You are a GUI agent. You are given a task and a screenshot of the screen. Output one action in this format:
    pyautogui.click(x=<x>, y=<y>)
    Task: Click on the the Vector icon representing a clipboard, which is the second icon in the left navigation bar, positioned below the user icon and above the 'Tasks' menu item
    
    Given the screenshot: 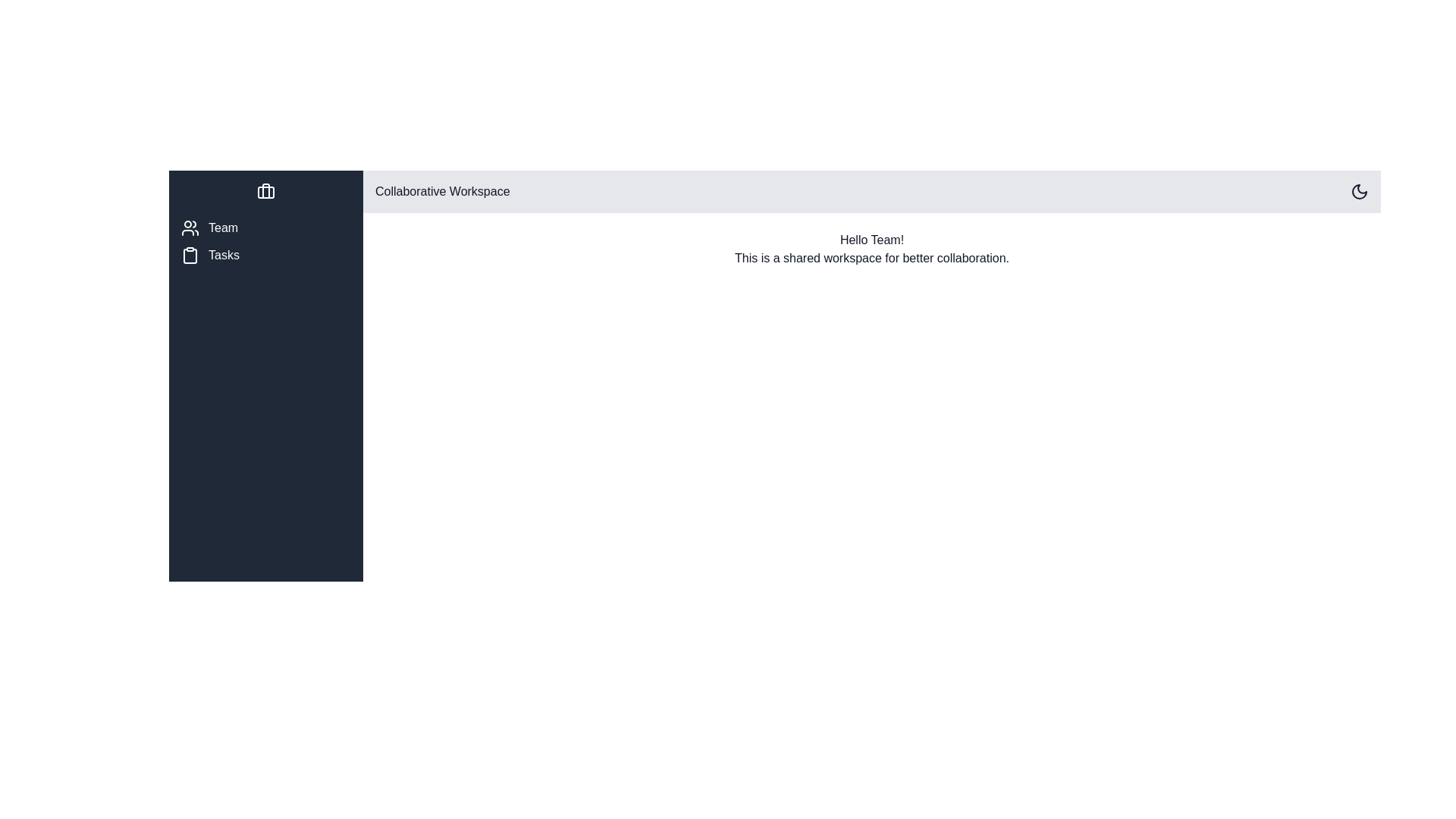 What is the action you would take?
    pyautogui.click(x=189, y=256)
    